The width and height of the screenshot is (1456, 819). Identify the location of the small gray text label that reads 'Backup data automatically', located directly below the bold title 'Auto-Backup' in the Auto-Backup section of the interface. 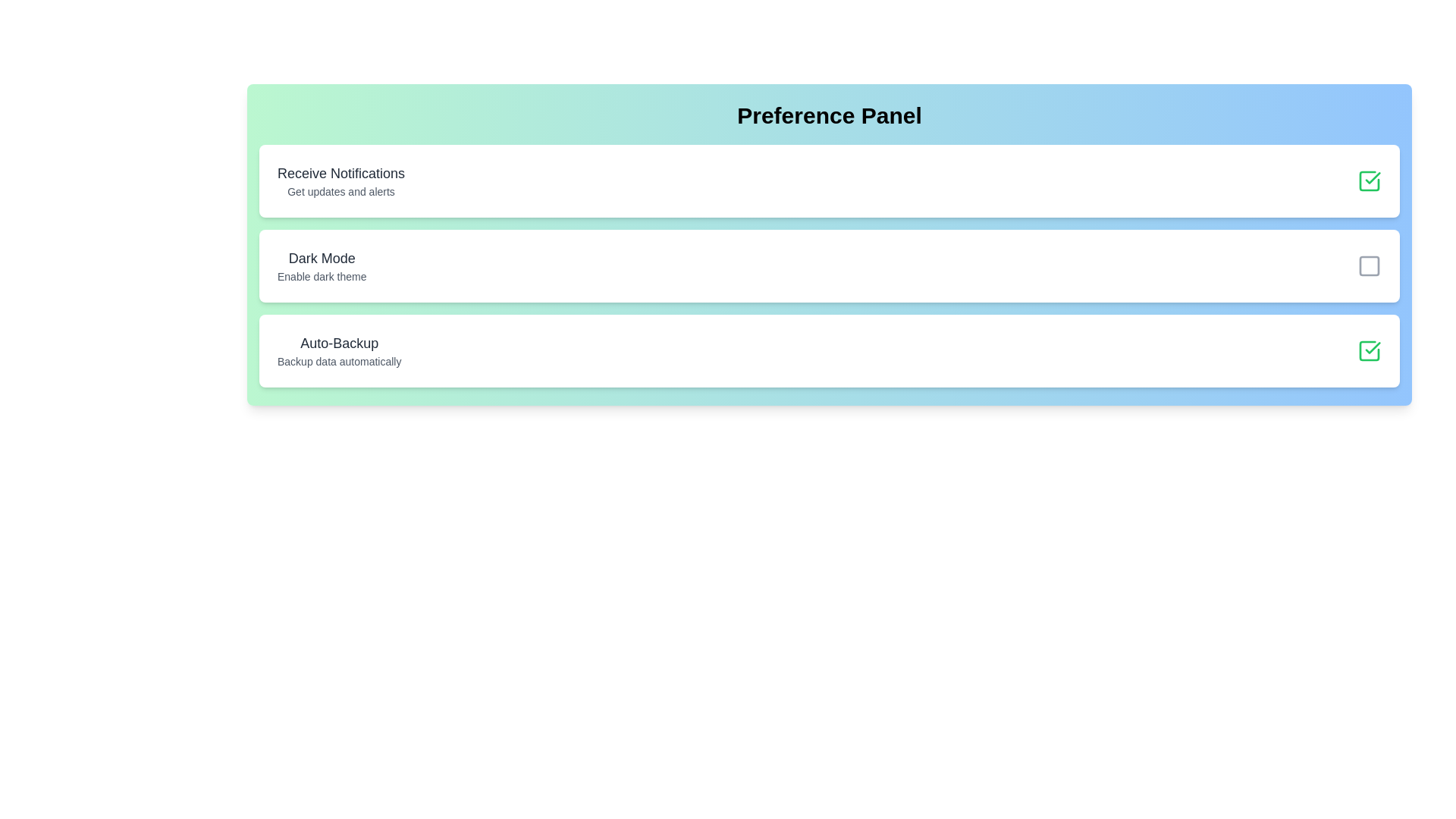
(338, 362).